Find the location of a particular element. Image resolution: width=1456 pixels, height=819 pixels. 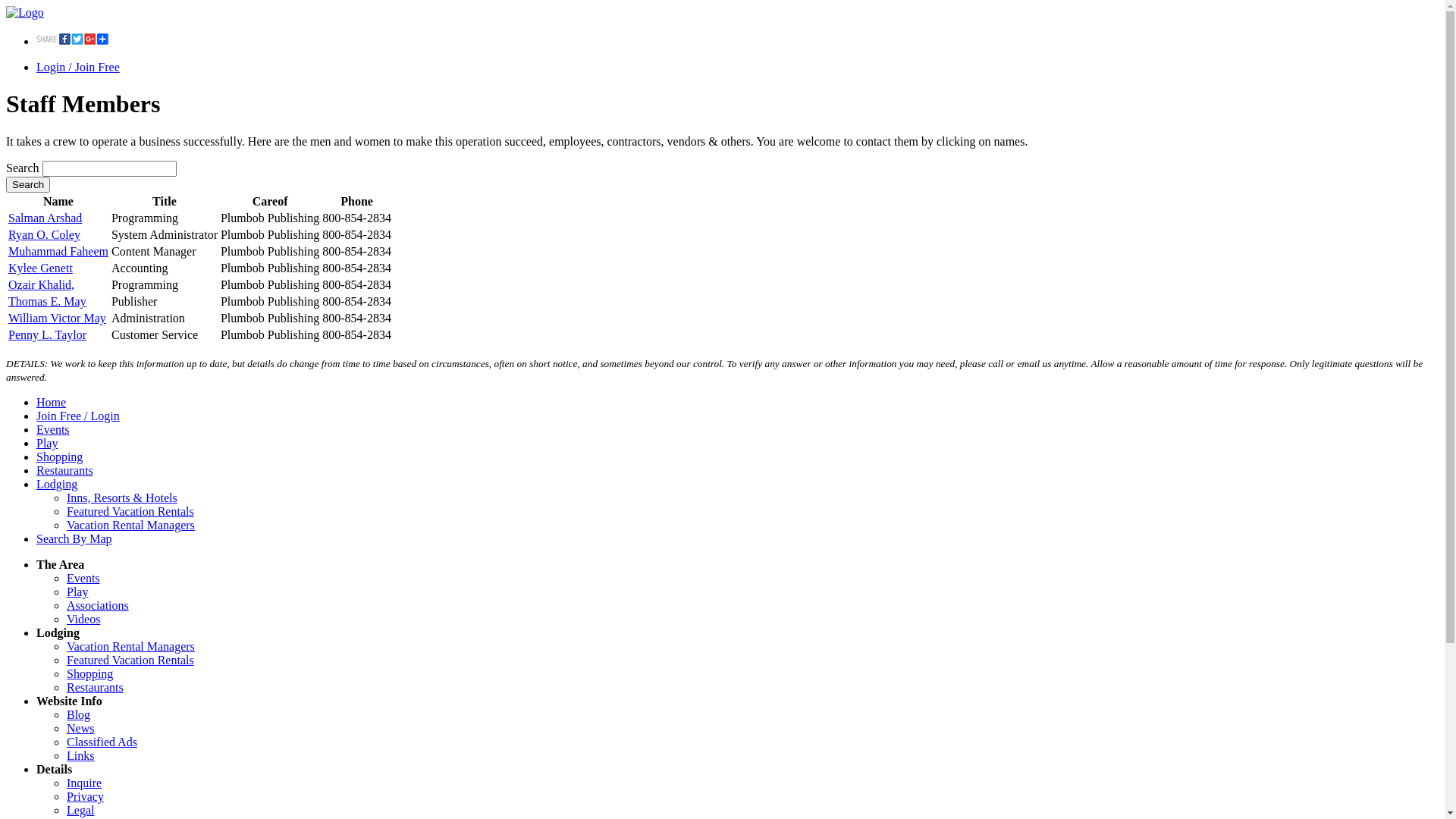

'Home' is located at coordinates (51, 401).